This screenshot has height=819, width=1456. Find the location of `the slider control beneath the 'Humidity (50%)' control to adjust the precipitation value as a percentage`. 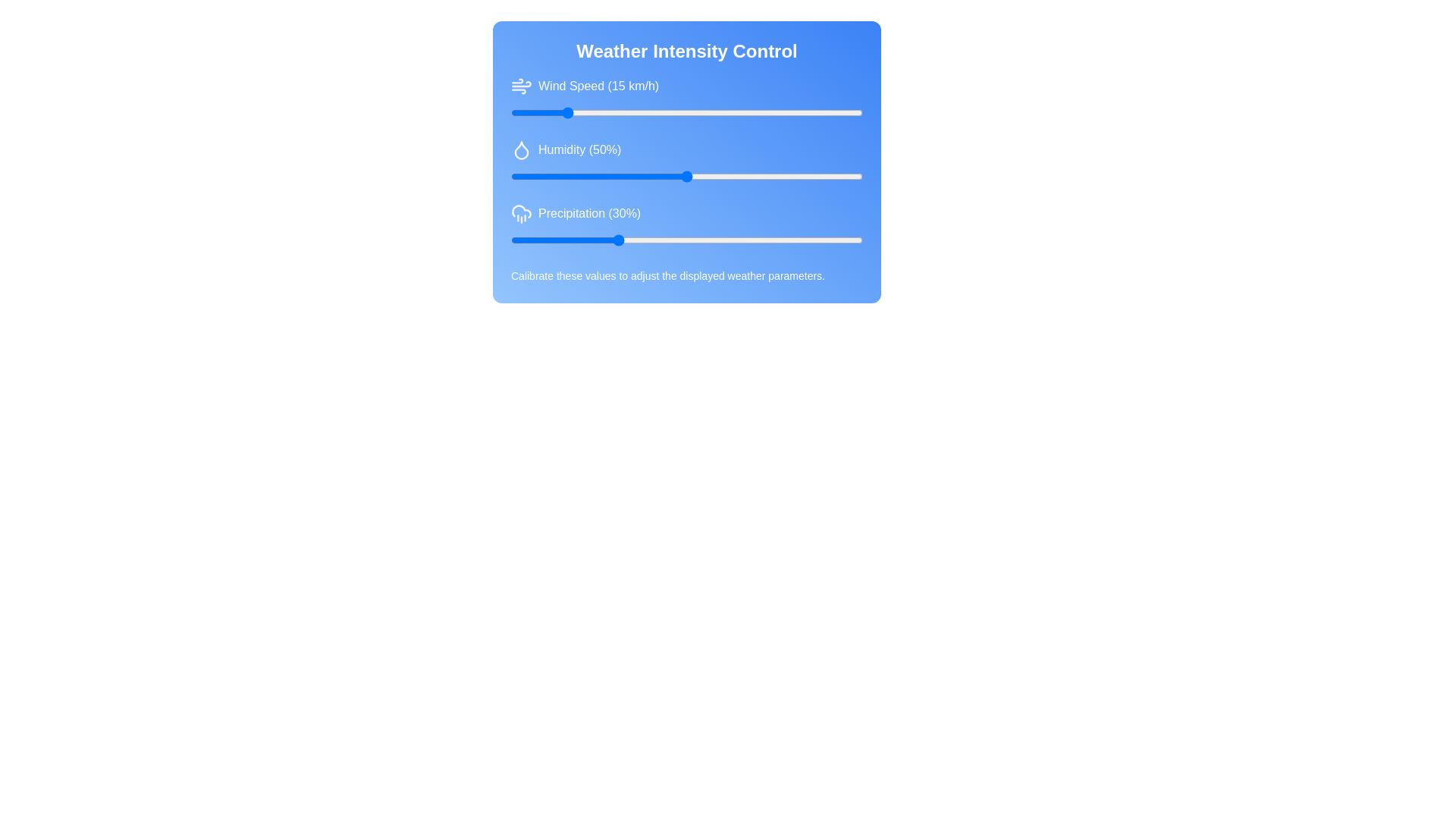

the slider control beneath the 'Humidity (50%)' control to adjust the precipitation value as a percentage is located at coordinates (686, 225).